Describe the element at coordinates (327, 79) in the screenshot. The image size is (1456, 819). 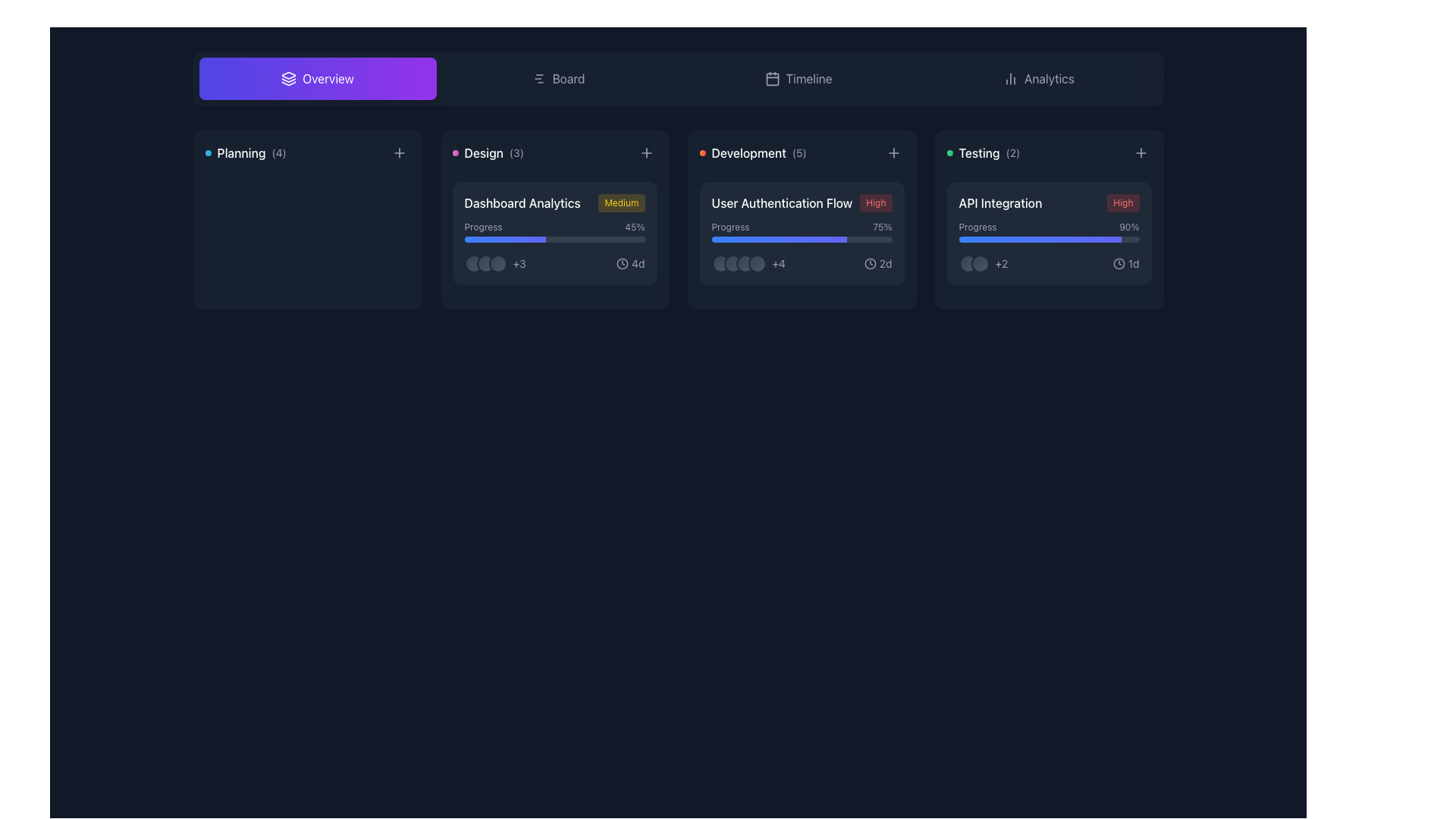
I see `text content of the 'Overview' text label, which is displayed in white on a purple gradient background within a rounded rectangle button` at that location.